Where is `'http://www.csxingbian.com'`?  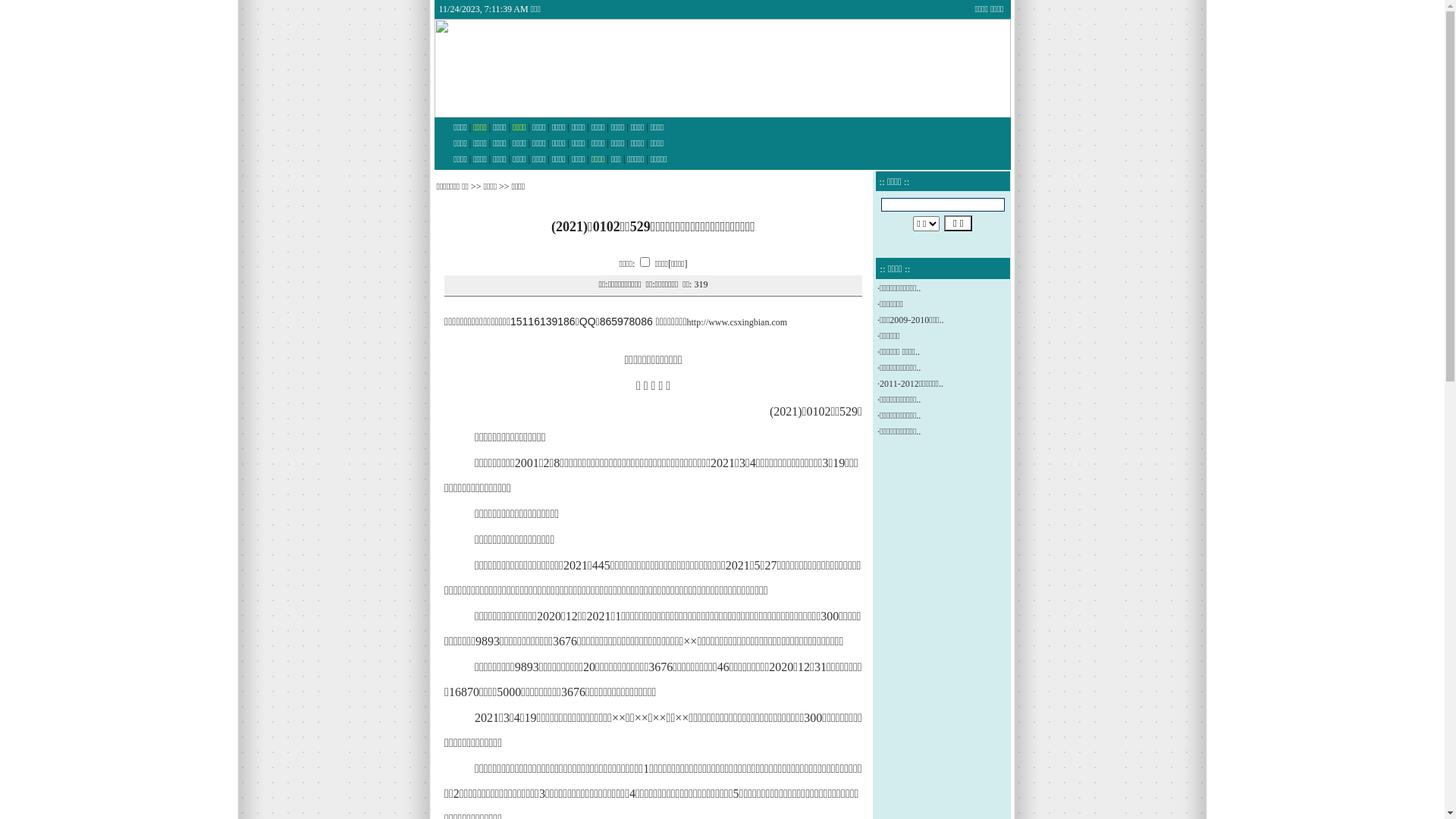 'http://www.csxingbian.com' is located at coordinates (686, 321).